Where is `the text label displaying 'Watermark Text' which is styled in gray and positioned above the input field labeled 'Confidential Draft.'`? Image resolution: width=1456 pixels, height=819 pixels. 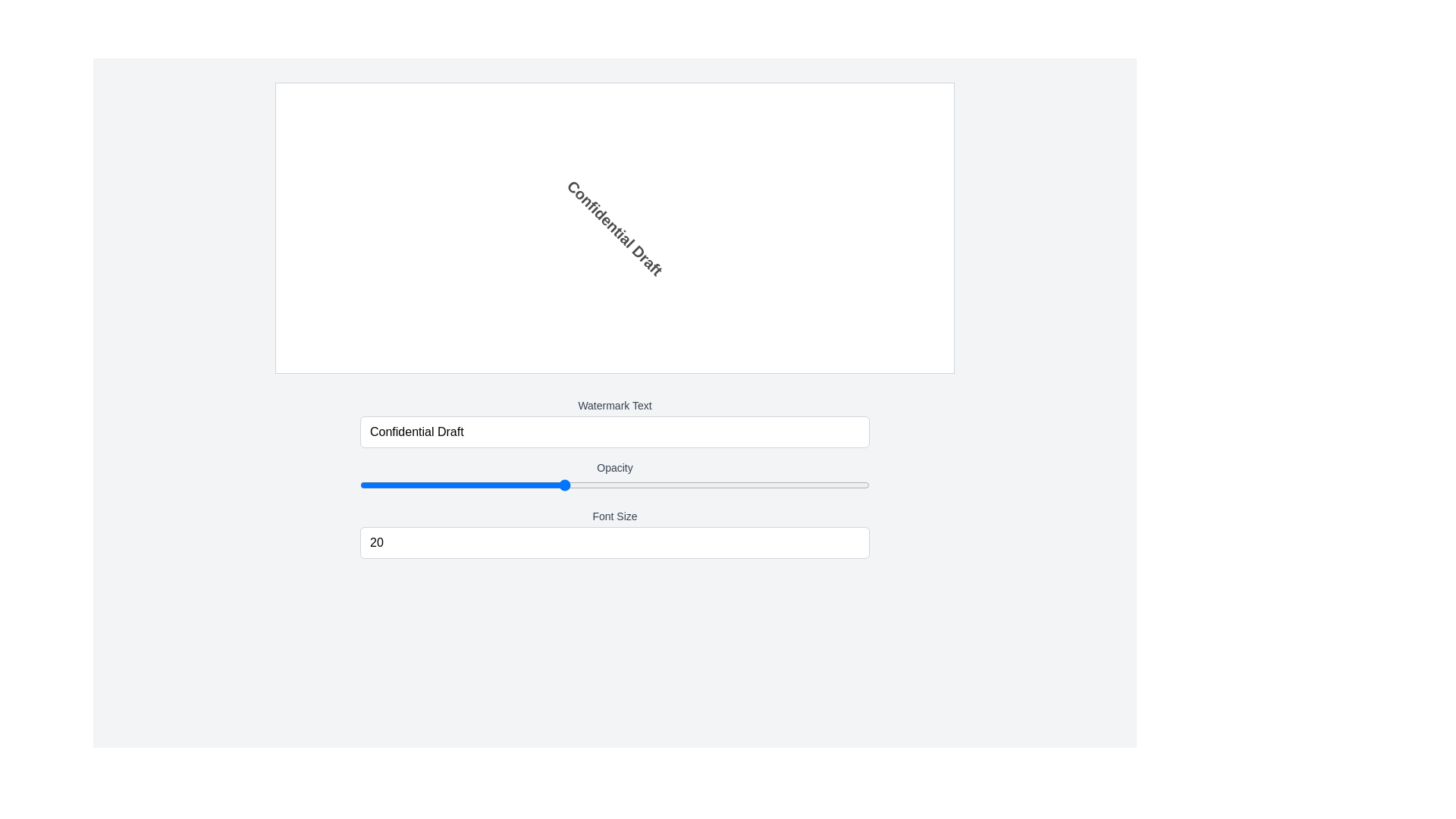 the text label displaying 'Watermark Text' which is styled in gray and positioned above the input field labeled 'Confidential Draft.' is located at coordinates (615, 405).